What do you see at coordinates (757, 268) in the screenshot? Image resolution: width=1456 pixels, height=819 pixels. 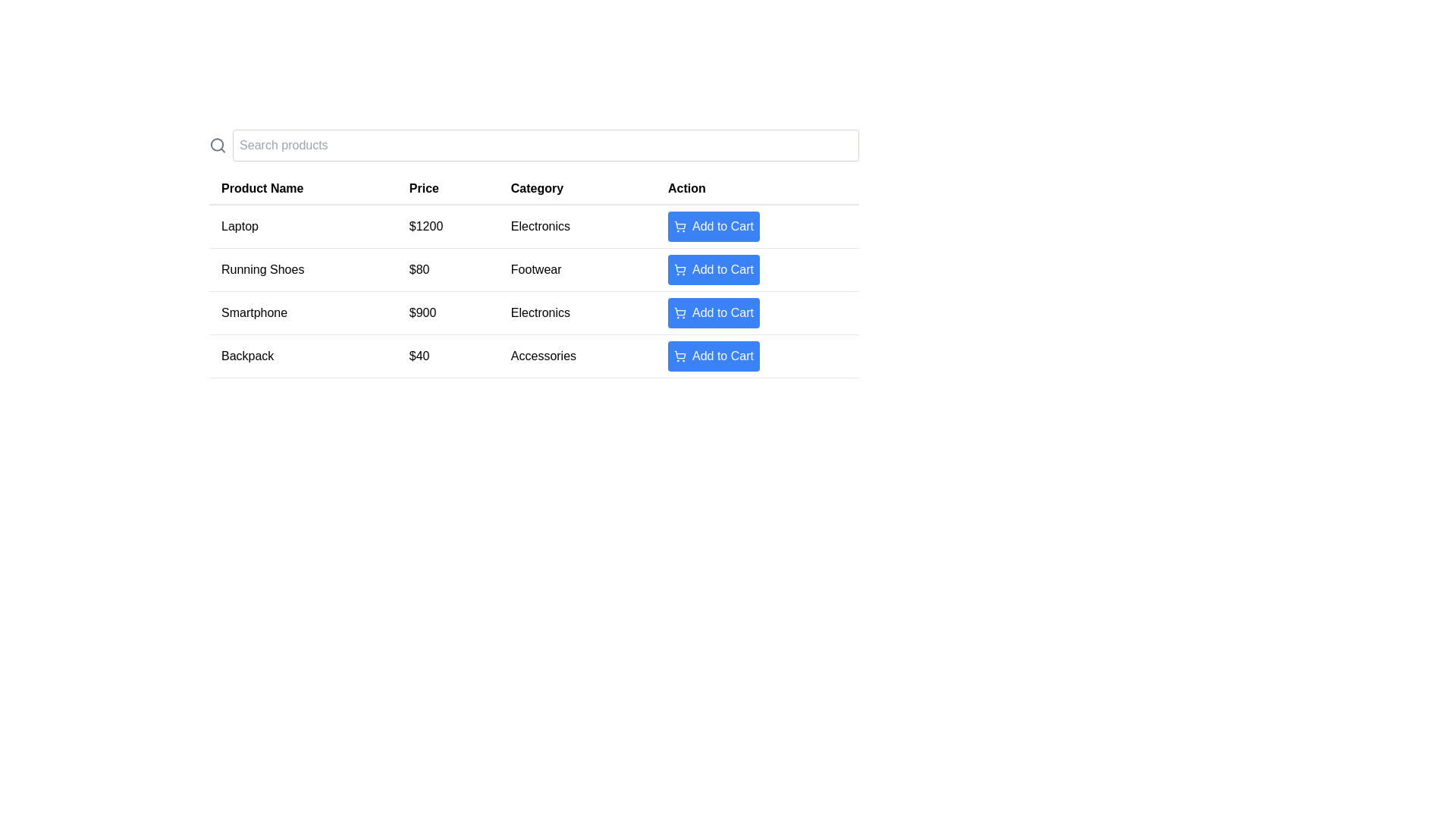 I see `the button in the 'Action' column of the second row that allows users to add running shoes to their shopping cart, providing visual feedback` at bounding box center [757, 268].